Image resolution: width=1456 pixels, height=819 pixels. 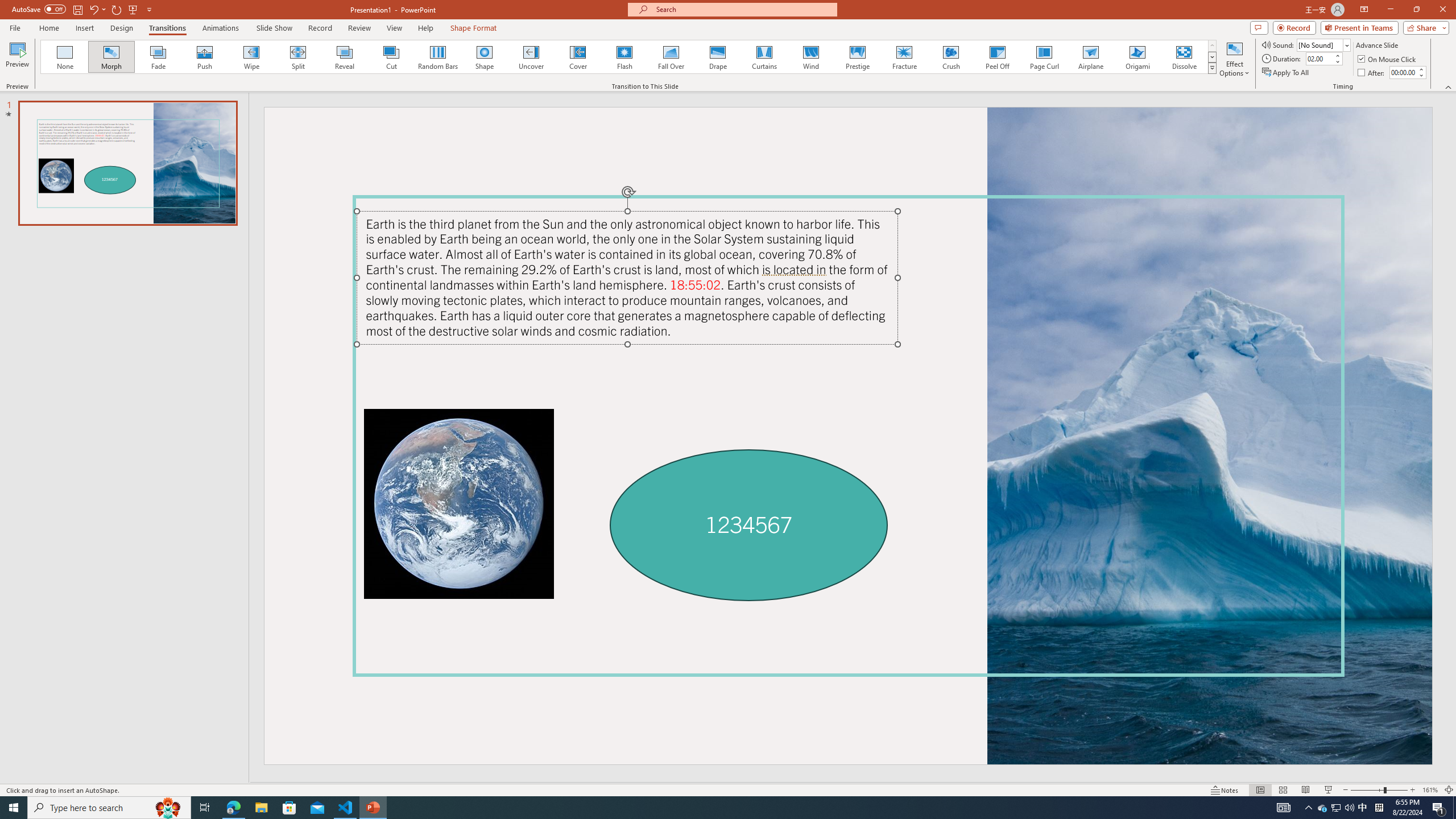 I want to click on 'Wind', so click(x=810, y=56).